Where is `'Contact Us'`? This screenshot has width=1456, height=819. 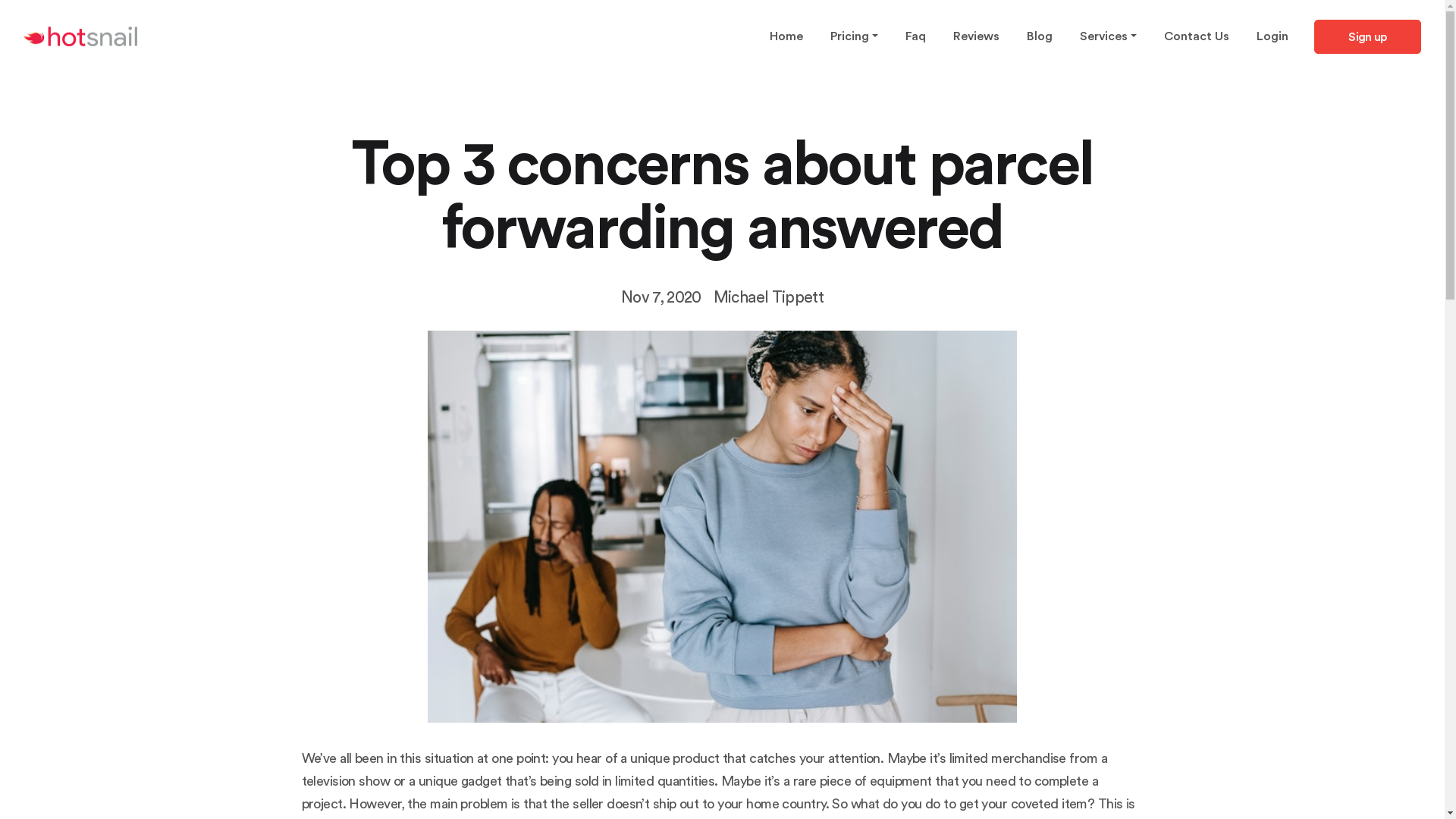 'Contact Us' is located at coordinates (1196, 35).